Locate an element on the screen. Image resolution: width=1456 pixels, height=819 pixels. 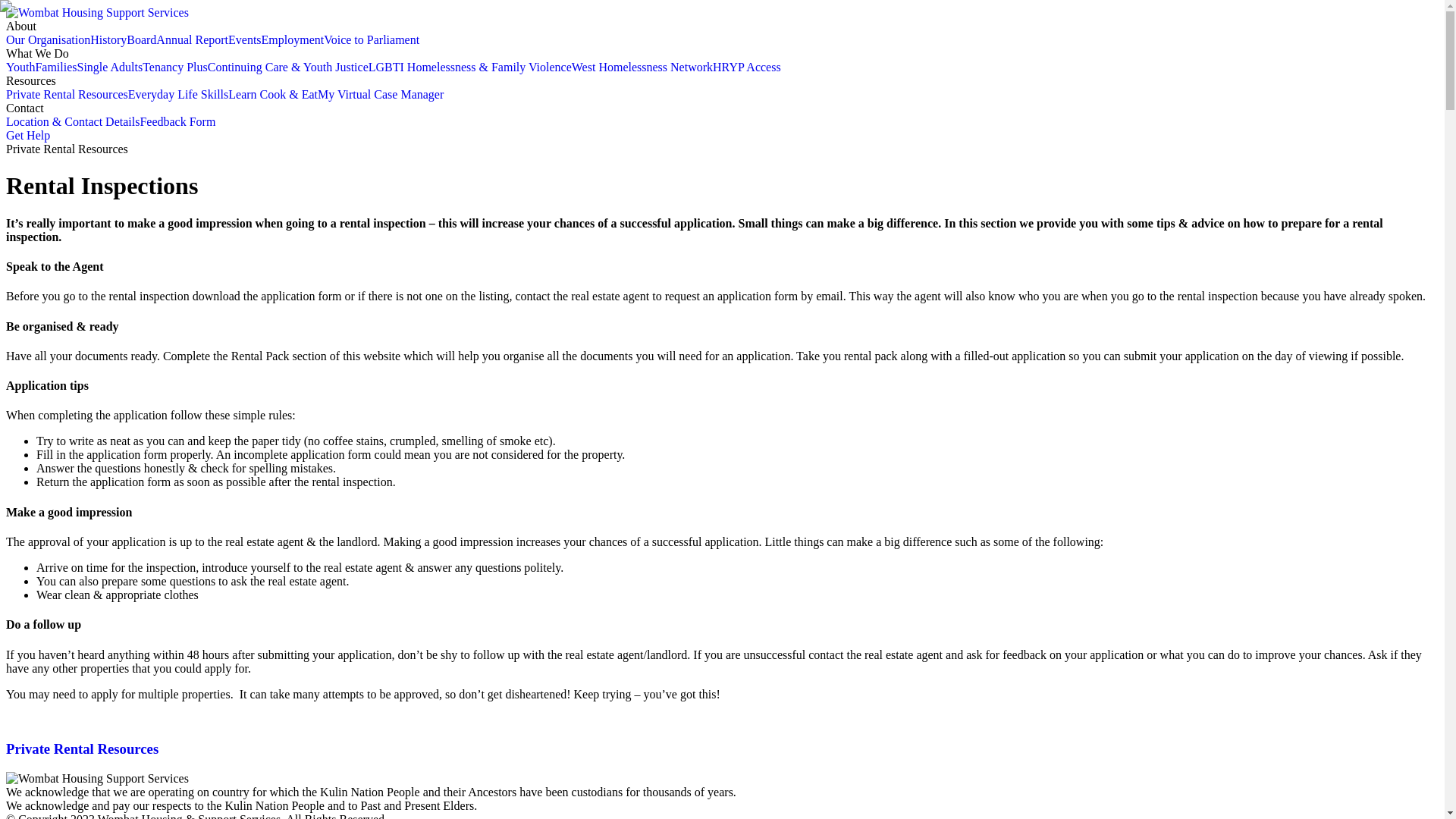
'Families' is located at coordinates (55, 66).